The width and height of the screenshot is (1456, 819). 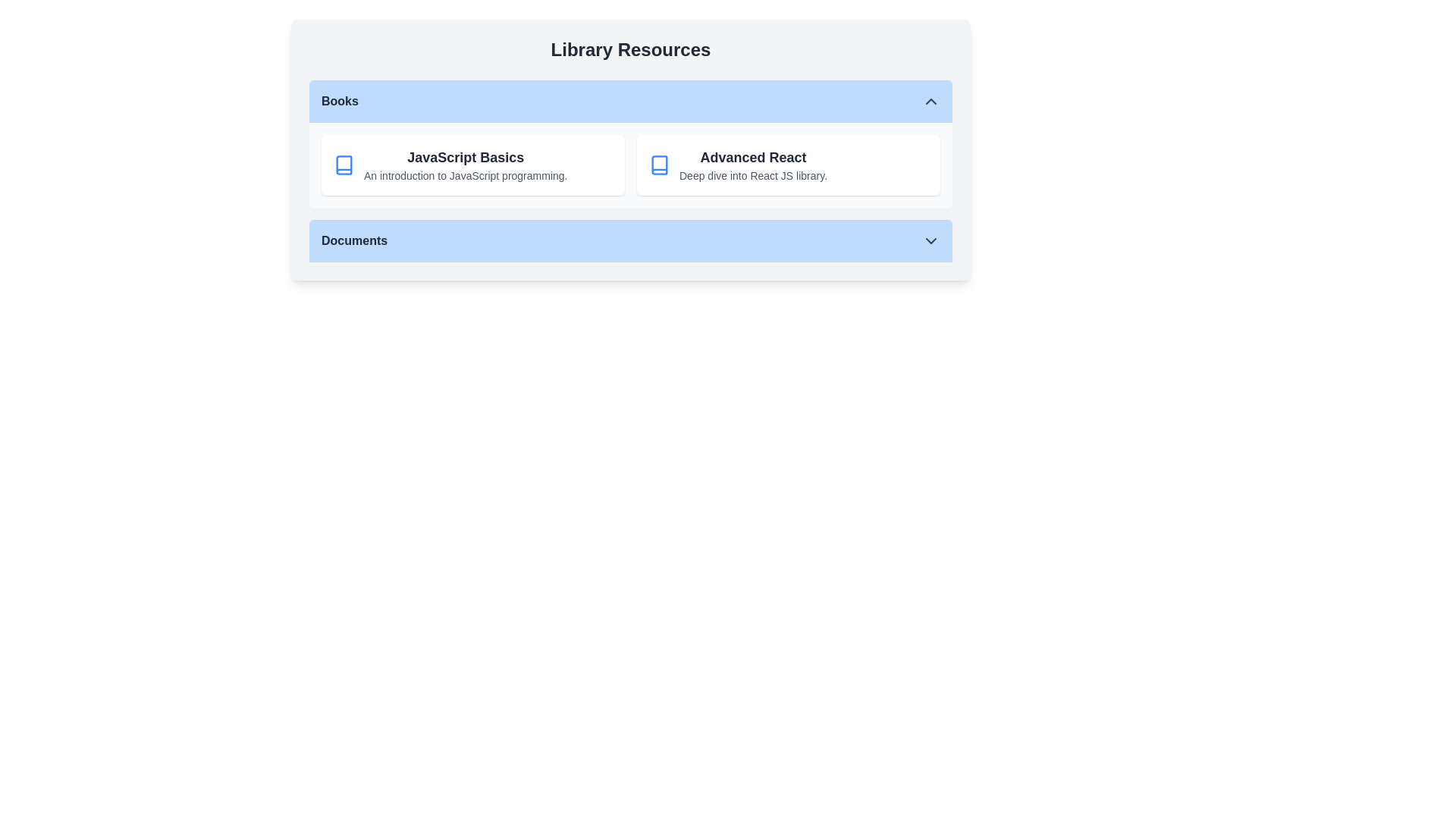 What do you see at coordinates (465, 165) in the screenshot?
I see `the text block that presents the title and subtitle of a resource, specifically the first card under the 'Books' section in the 'Library Resources' interface` at bounding box center [465, 165].